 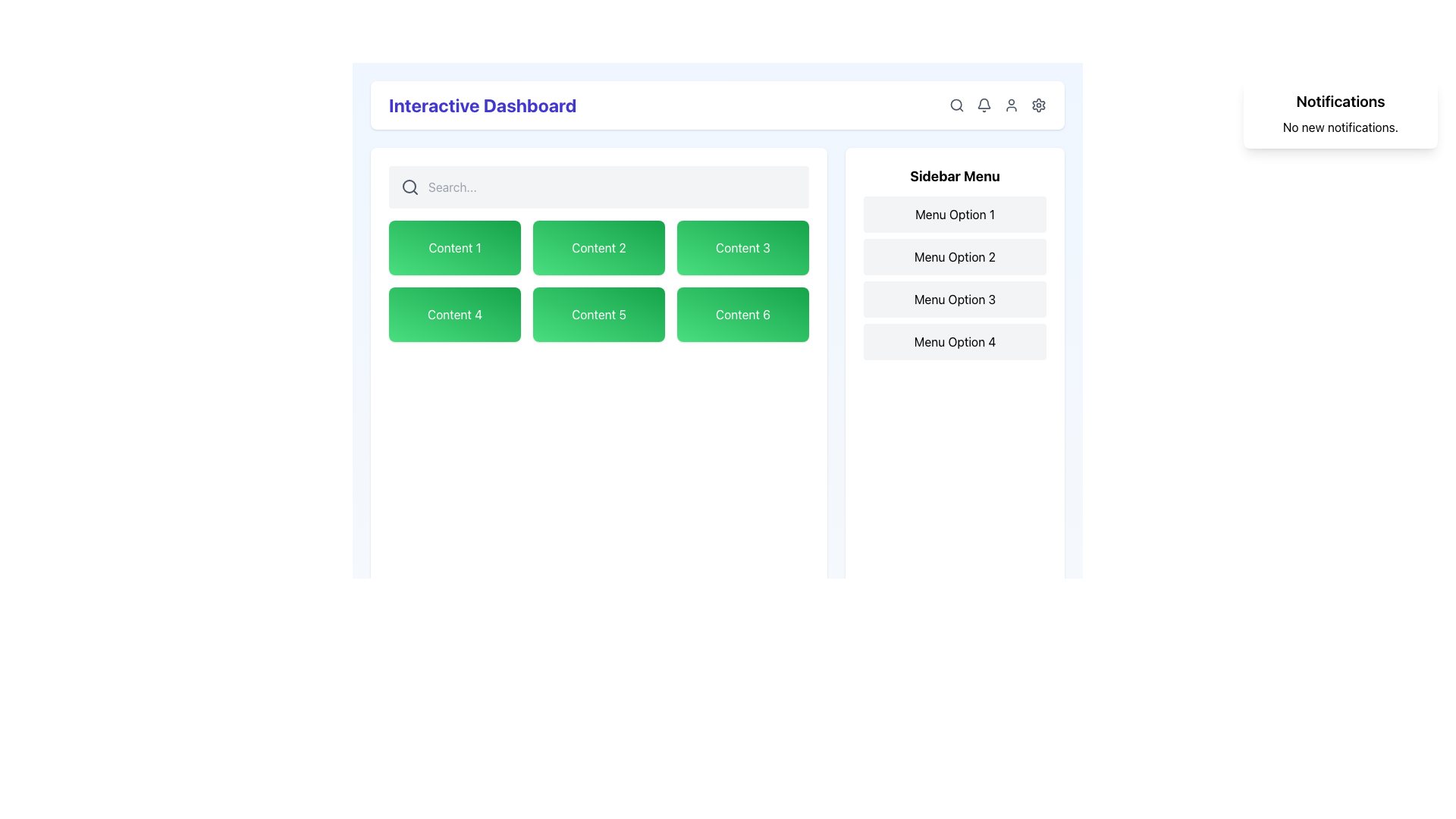 What do you see at coordinates (454, 314) in the screenshot?
I see `the green card with a gradient that contains the text 'Content 4', located in the second row, first column of the grid layout` at bounding box center [454, 314].